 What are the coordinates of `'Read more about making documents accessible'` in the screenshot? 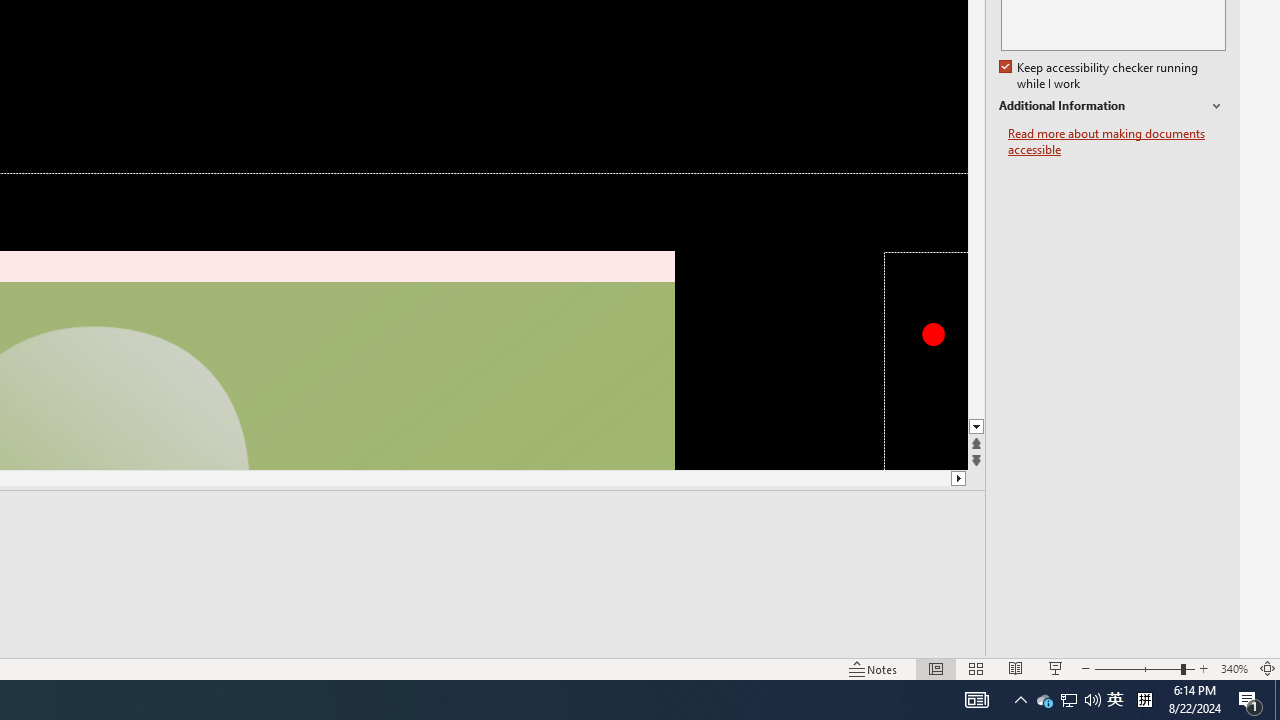 It's located at (1116, 141).